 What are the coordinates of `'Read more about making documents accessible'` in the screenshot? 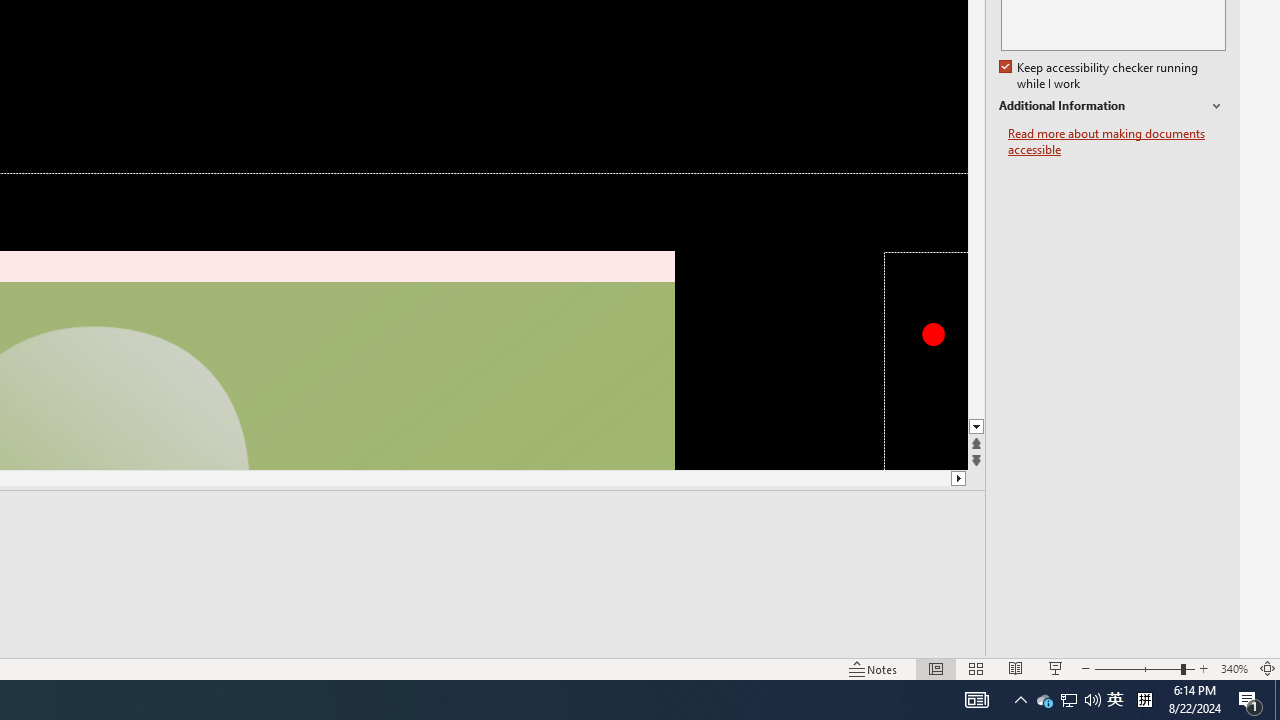 It's located at (1116, 141).